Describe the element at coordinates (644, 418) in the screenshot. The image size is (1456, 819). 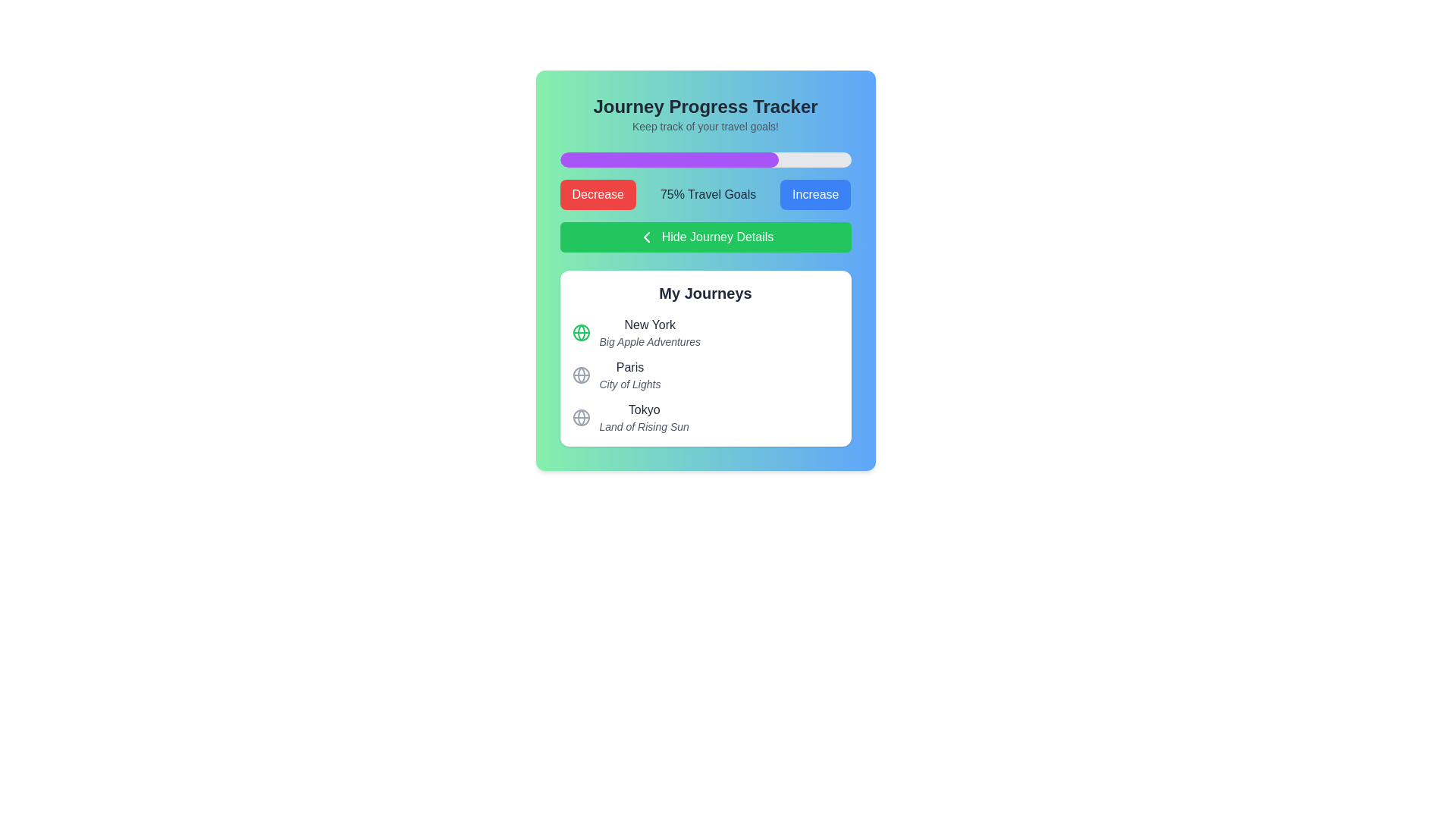
I see `the third item in the 'My Journeys' section, which displays 'Tokyo' as the title and 'Land of Rising Sun' as the description` at that location.